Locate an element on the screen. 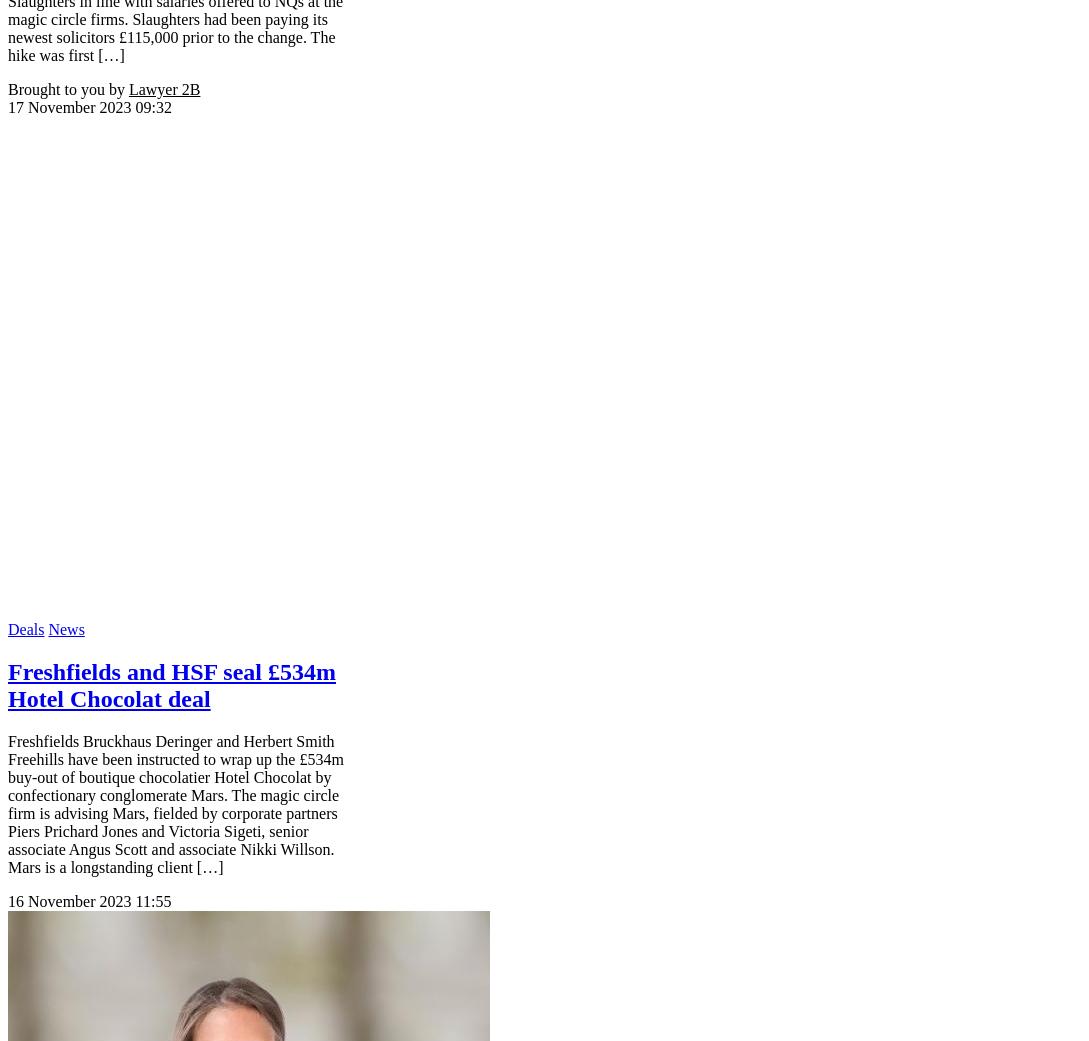  '17 November 2023' is located at coordinates (69, 106).